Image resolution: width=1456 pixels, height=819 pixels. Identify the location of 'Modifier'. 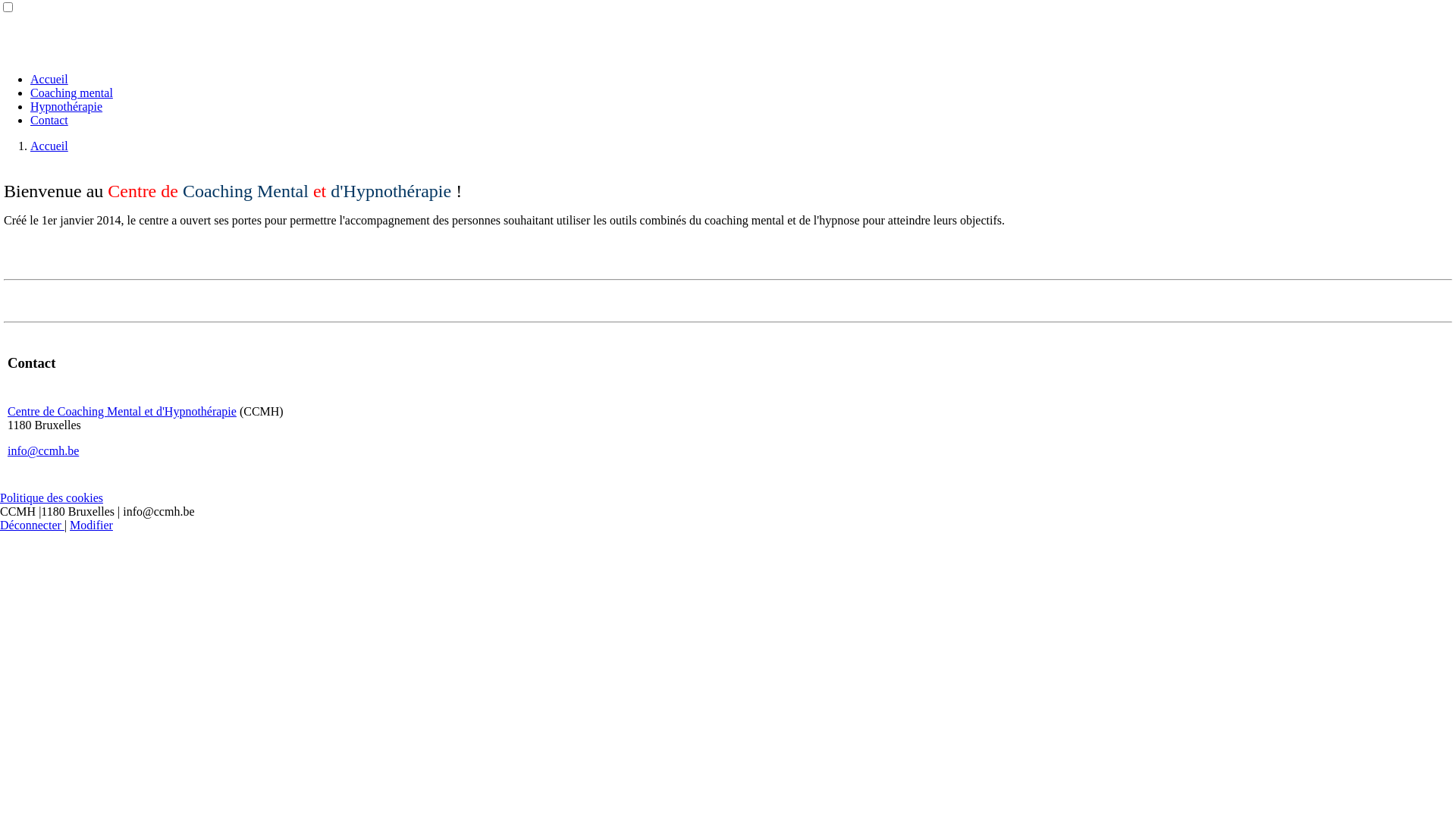
(90, 524).